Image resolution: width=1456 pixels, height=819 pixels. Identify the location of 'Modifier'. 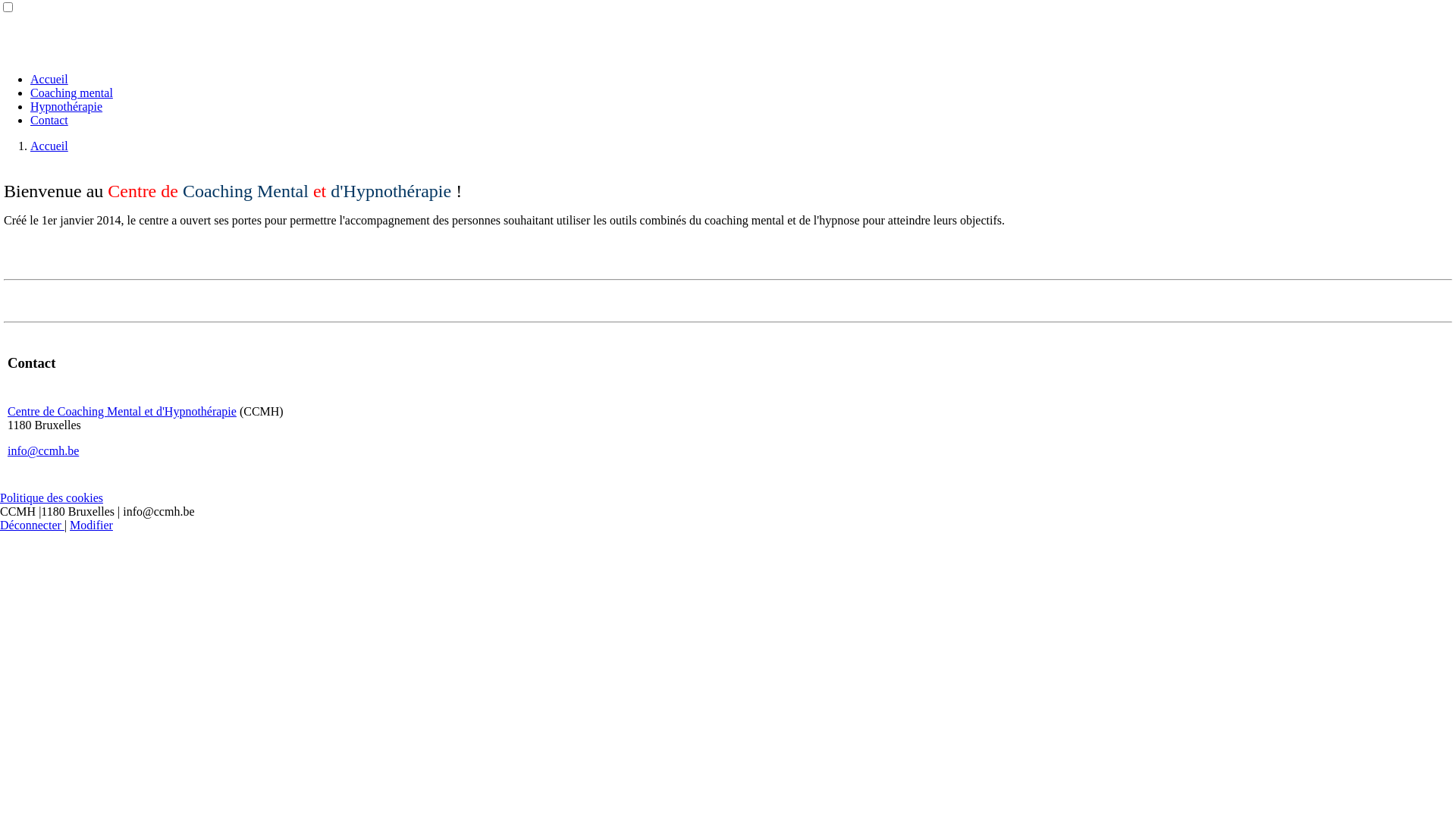
(90, 524).